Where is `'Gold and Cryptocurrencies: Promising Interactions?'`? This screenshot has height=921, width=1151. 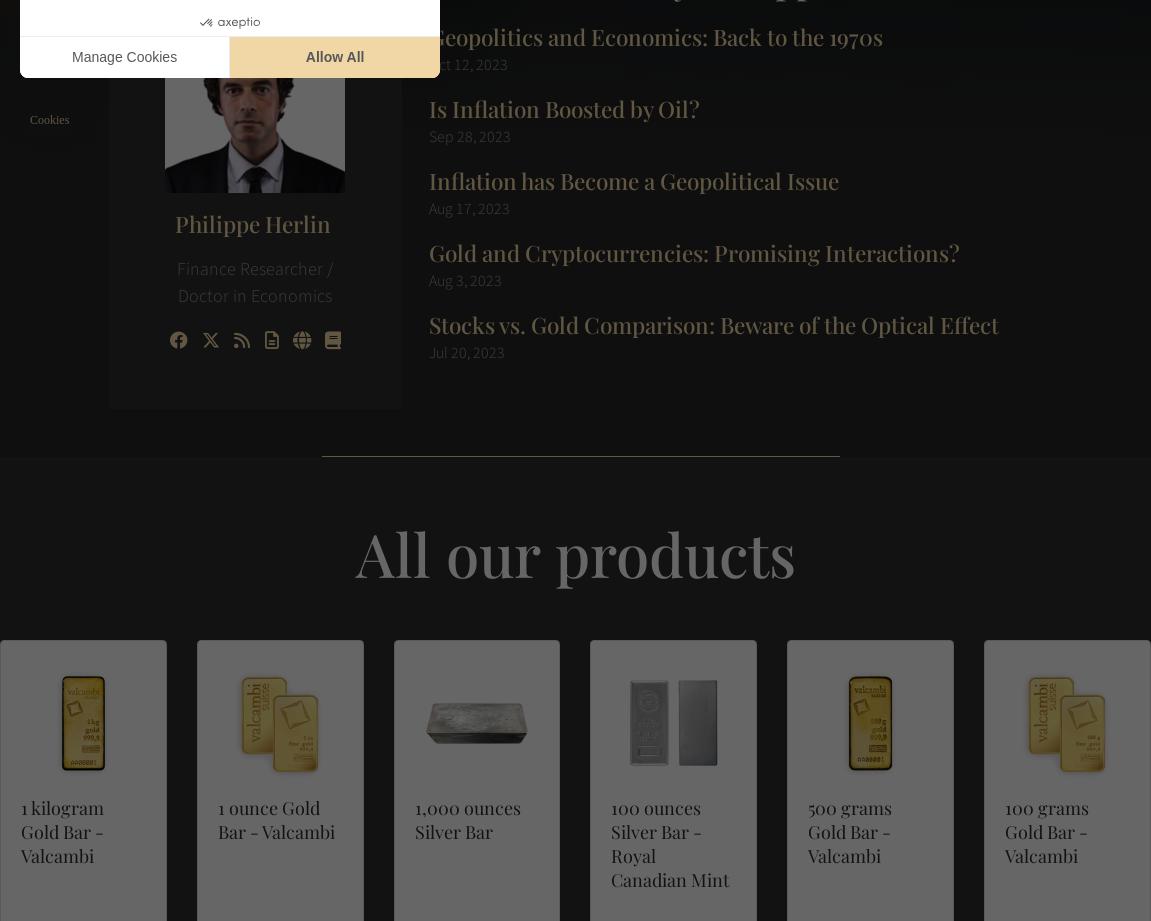 'Gold and Cryptocurrencies: Promising Interactions?' is located at coordinates (427, 250).